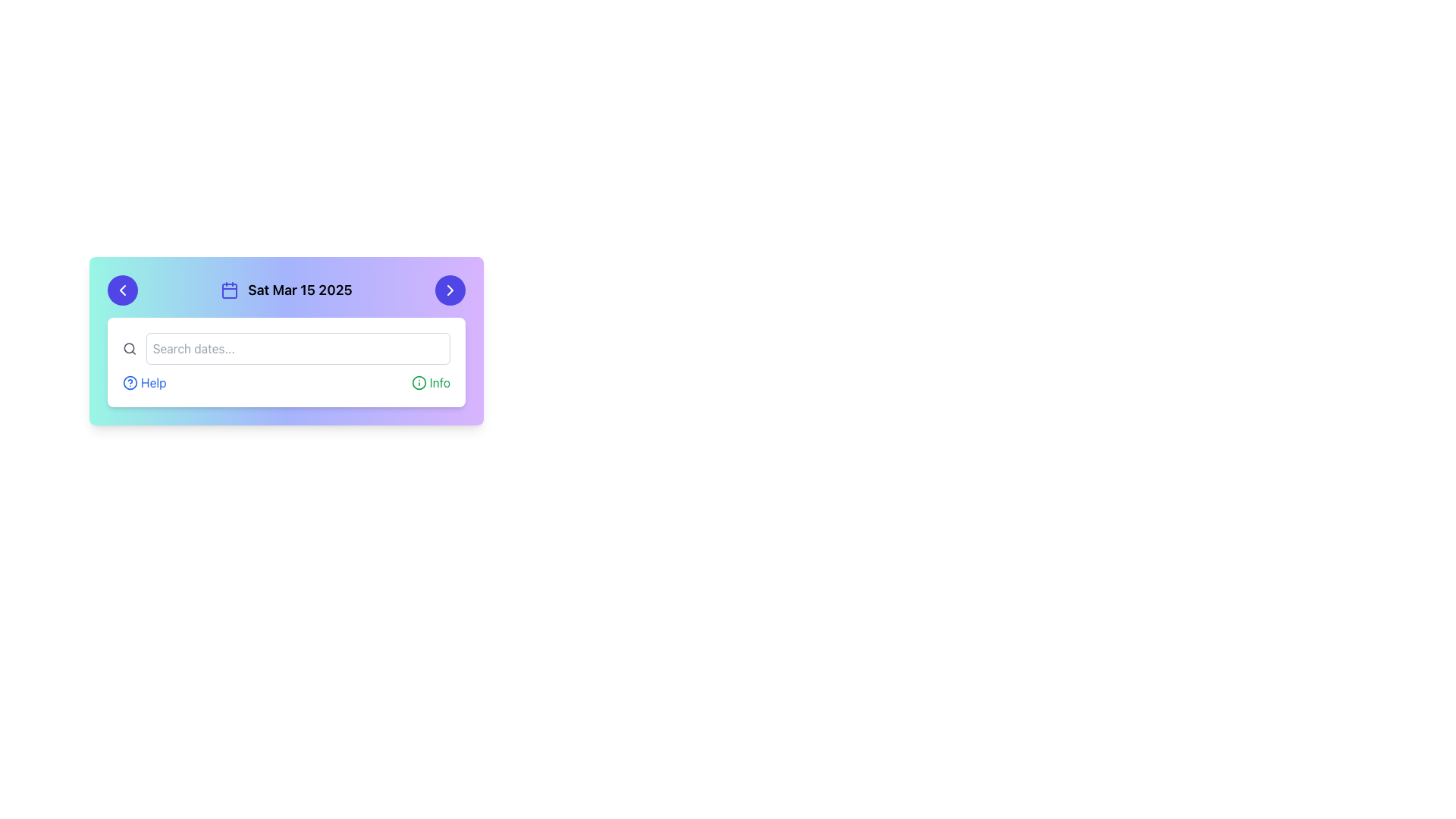 Image resolution: width=1456 pixels, height=819 pixels. Describe the element at coordinates (229, 291) in the screenshot. I see `the rounded rectangle within the calendar icon that precedes the text 'Sat Mar 15 2025' in the header bar` at that location.